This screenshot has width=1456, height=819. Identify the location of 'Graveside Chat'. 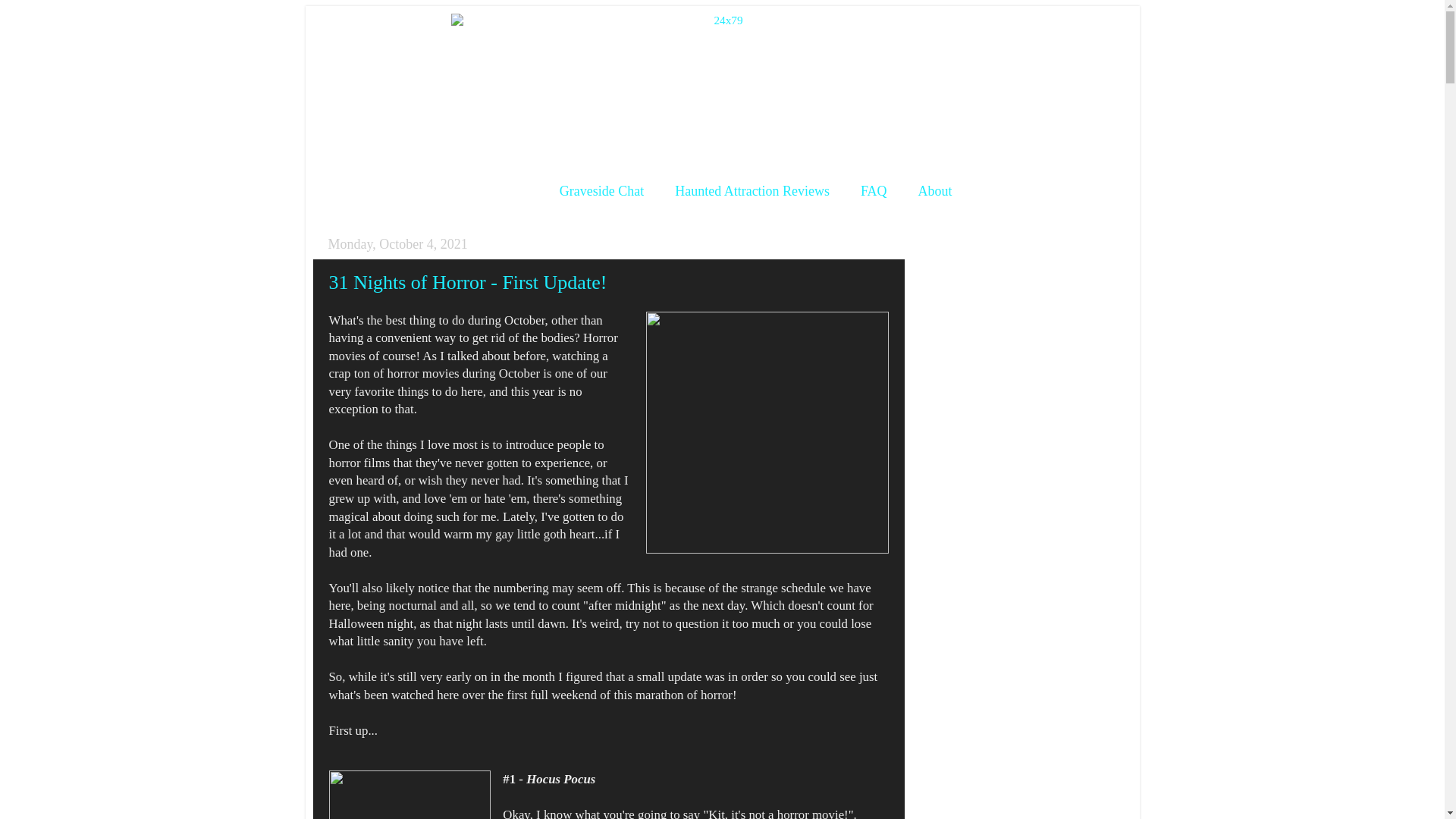
(601, 190).